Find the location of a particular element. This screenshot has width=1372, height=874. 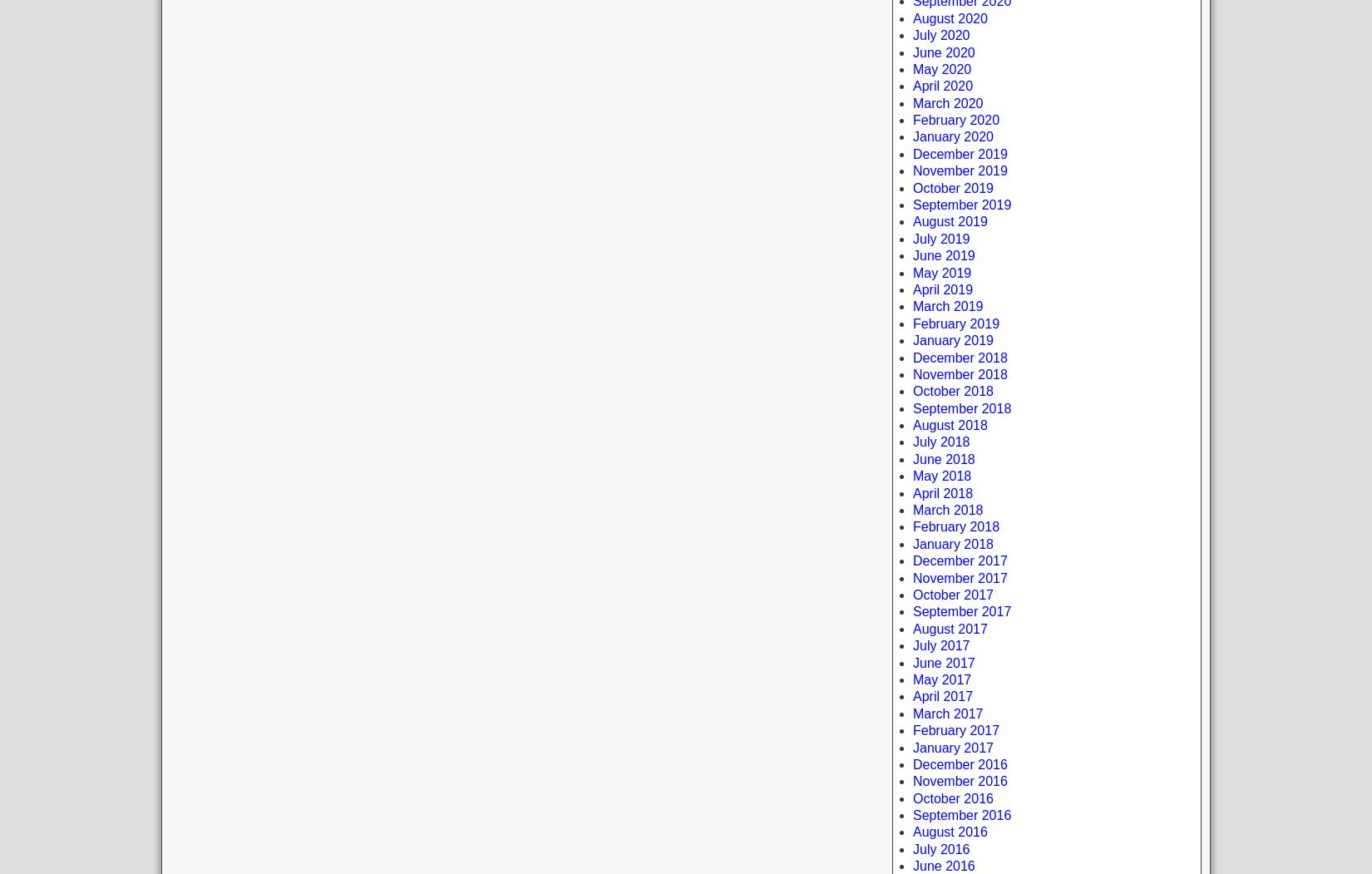

'December 2016' is located at coordinates (913, 763).